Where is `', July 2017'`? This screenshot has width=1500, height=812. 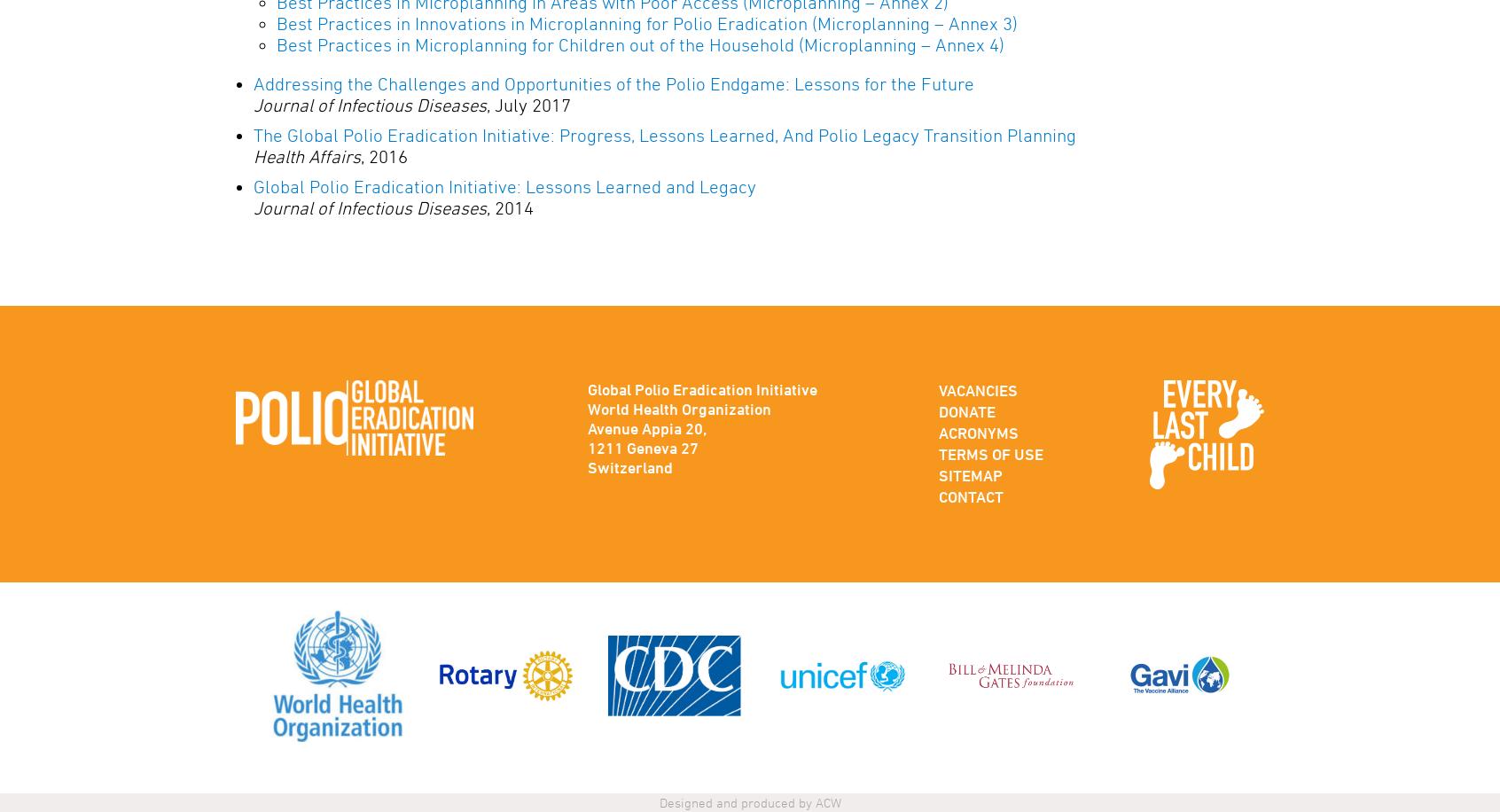 ', July 2017' is located at coordinates (527, 105).